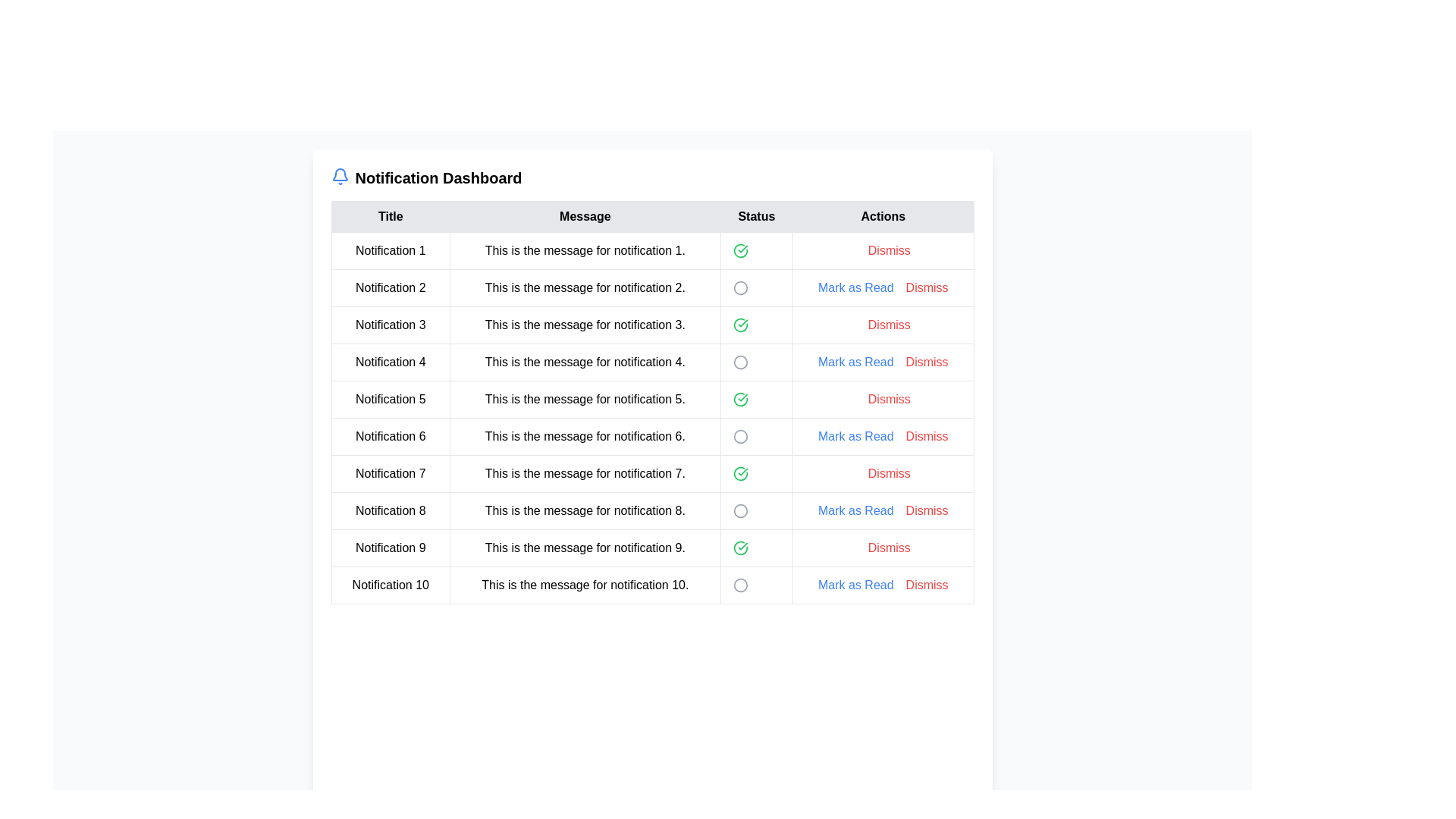  Describe the element at coordinates (883, 584) in the screenshot. I see `the 'Mark as Read' text link in blue, which is part of the grouped interactive text links under the 'Actions' header for 'Notification 10'` at that location.